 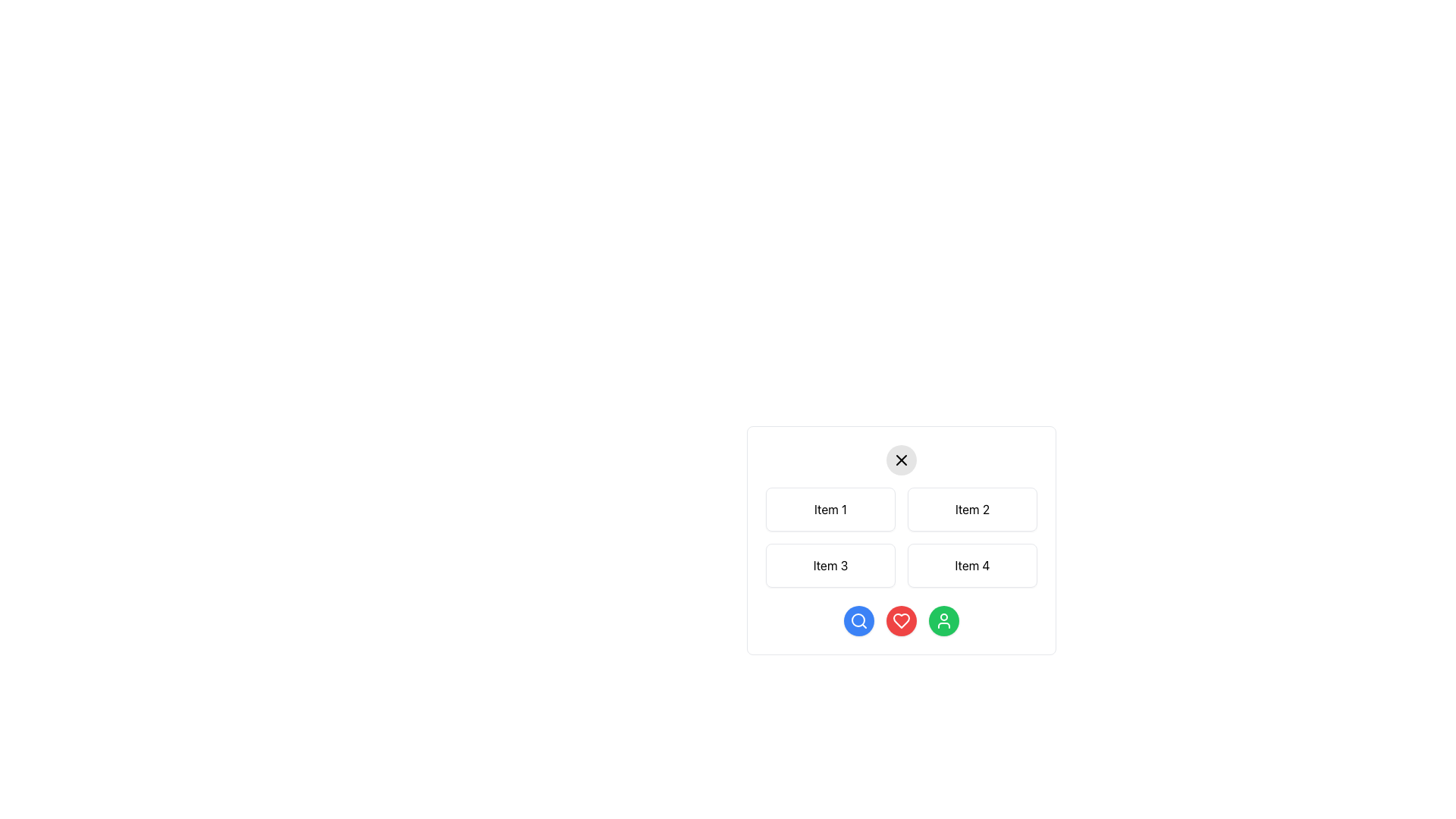 I want to click on the circular red button featuring a white heart icon, so click(x=902, y=620).